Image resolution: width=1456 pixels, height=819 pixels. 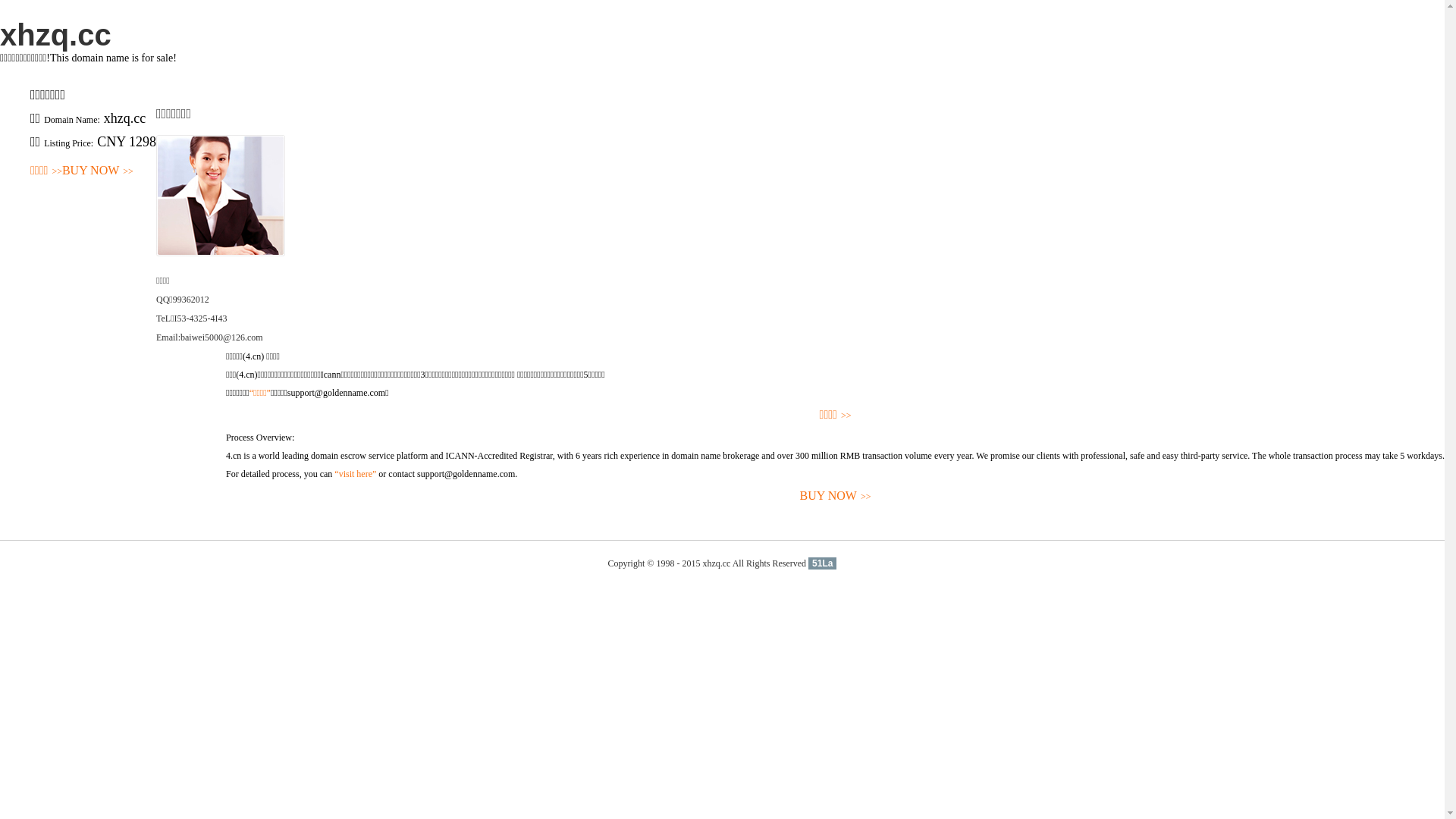 I want to click on '51La', so click(x=821, y=563).